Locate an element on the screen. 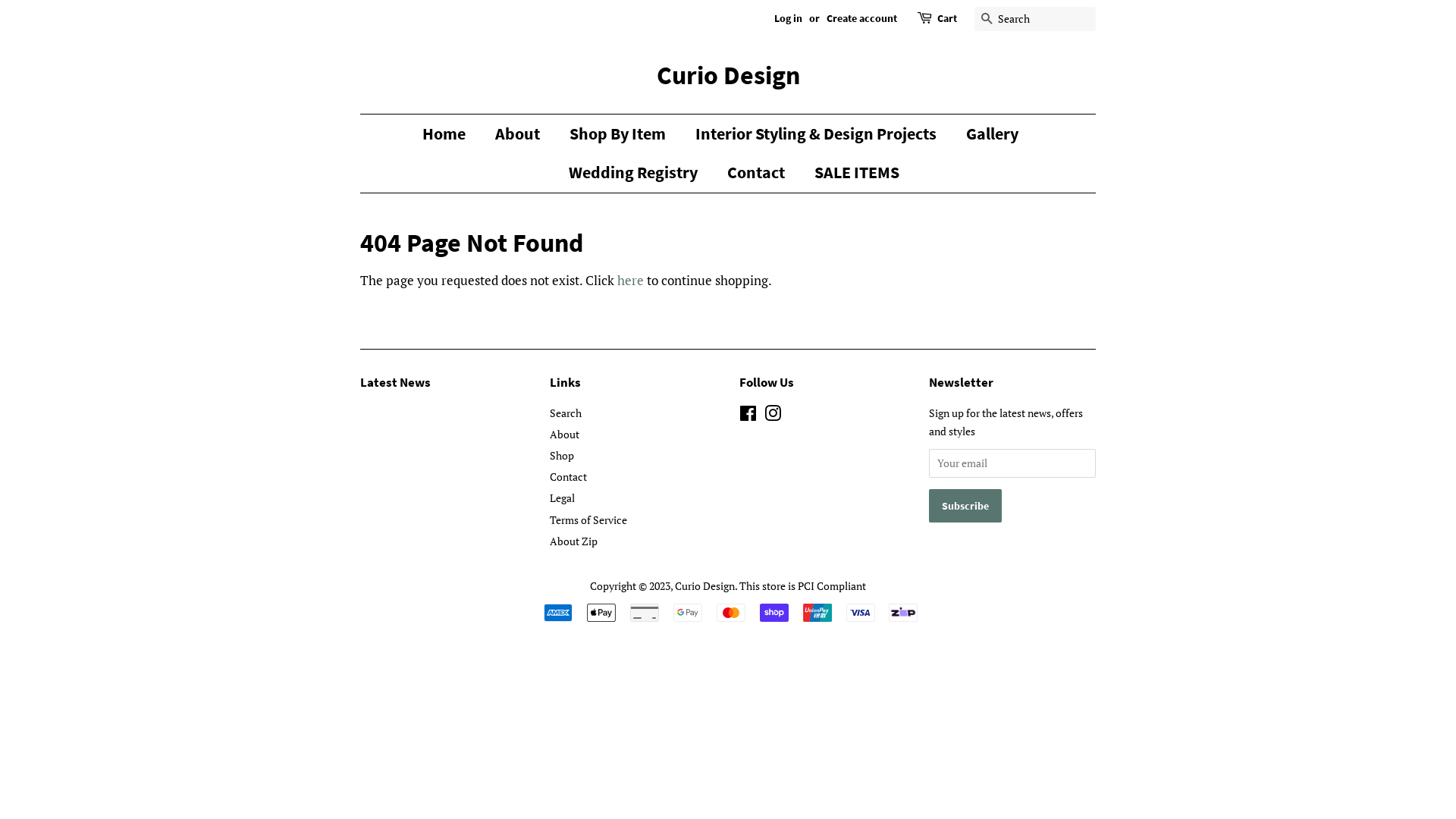 Image resolution: width=1456 pixels, height=819 pixels. 'Home' is located at coordinates (450, 133).